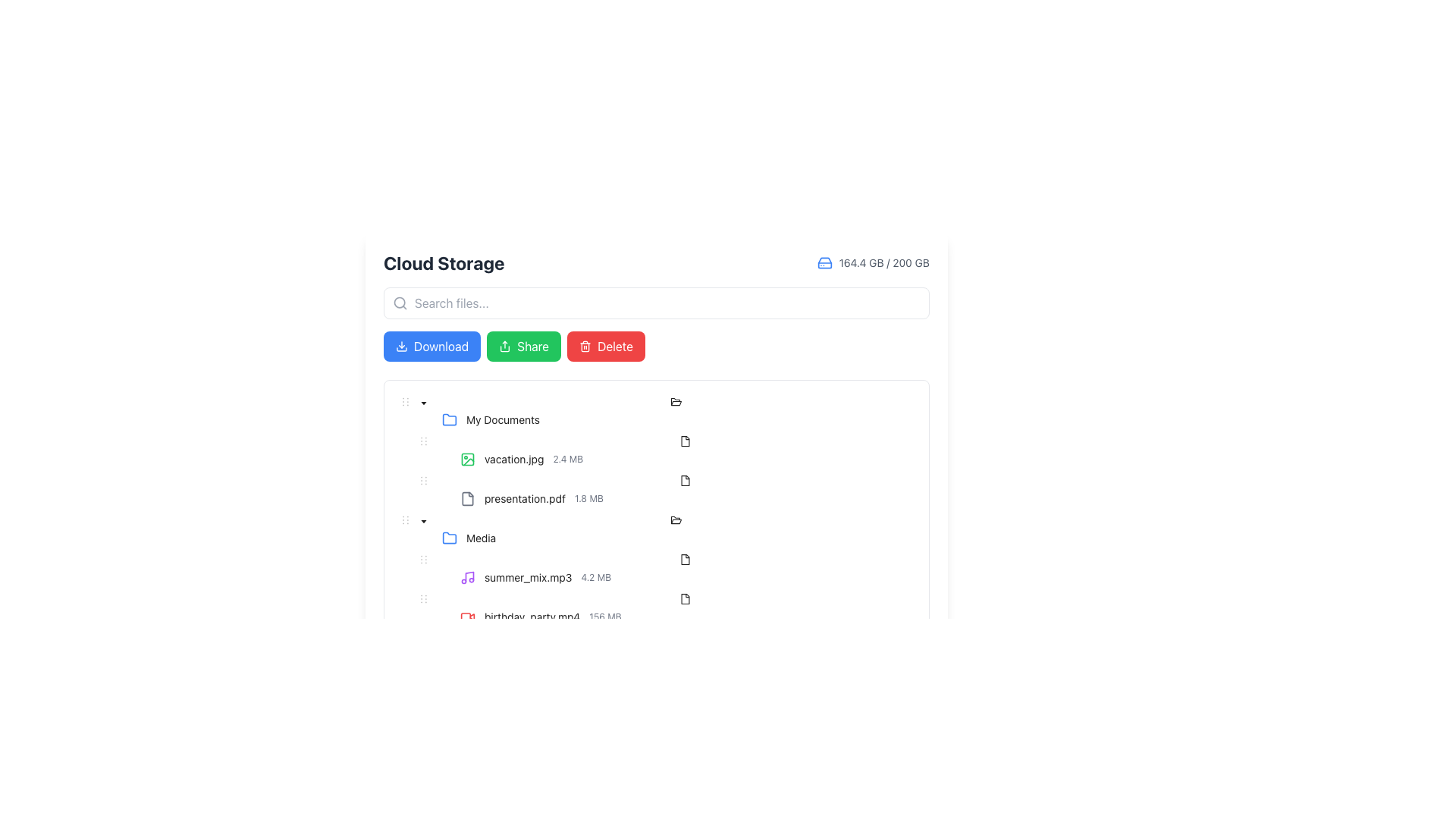 The height and width of the screenshot is (819, 1456). Describe the element at coordinates (676, 519) in the screenshot. I see `the icon representing the open state of the 'Media' folder, located slightly left of the centerline in the 'Media' folder row, adjacent to the 'Media' text label` at that location.